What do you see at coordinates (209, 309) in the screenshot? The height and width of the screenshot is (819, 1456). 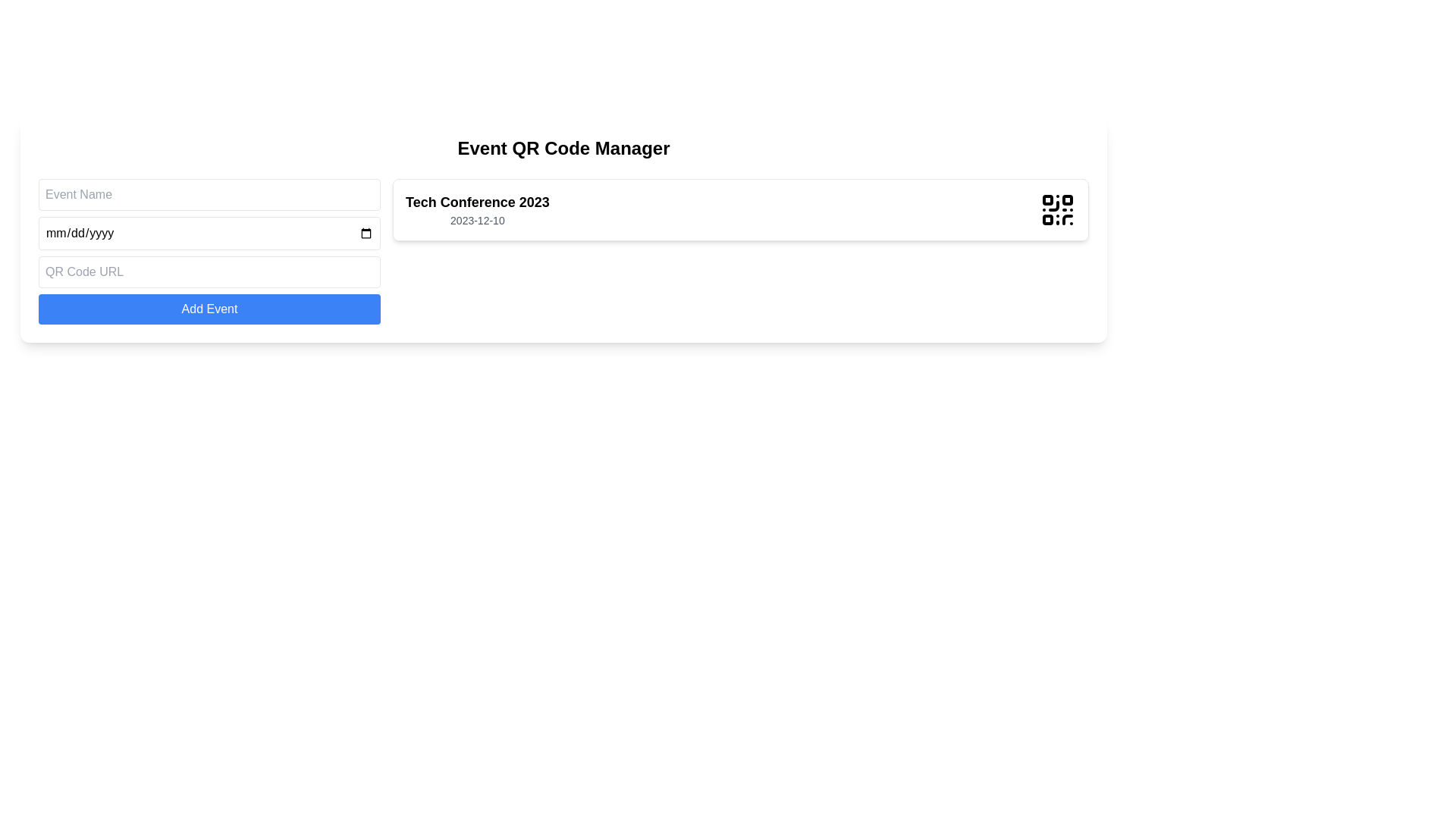 I see `the 'Add Event' button, which has a bright blue background and white text, located at the bottom of a vertical column of form inputs` at bounding box center [209, 309].